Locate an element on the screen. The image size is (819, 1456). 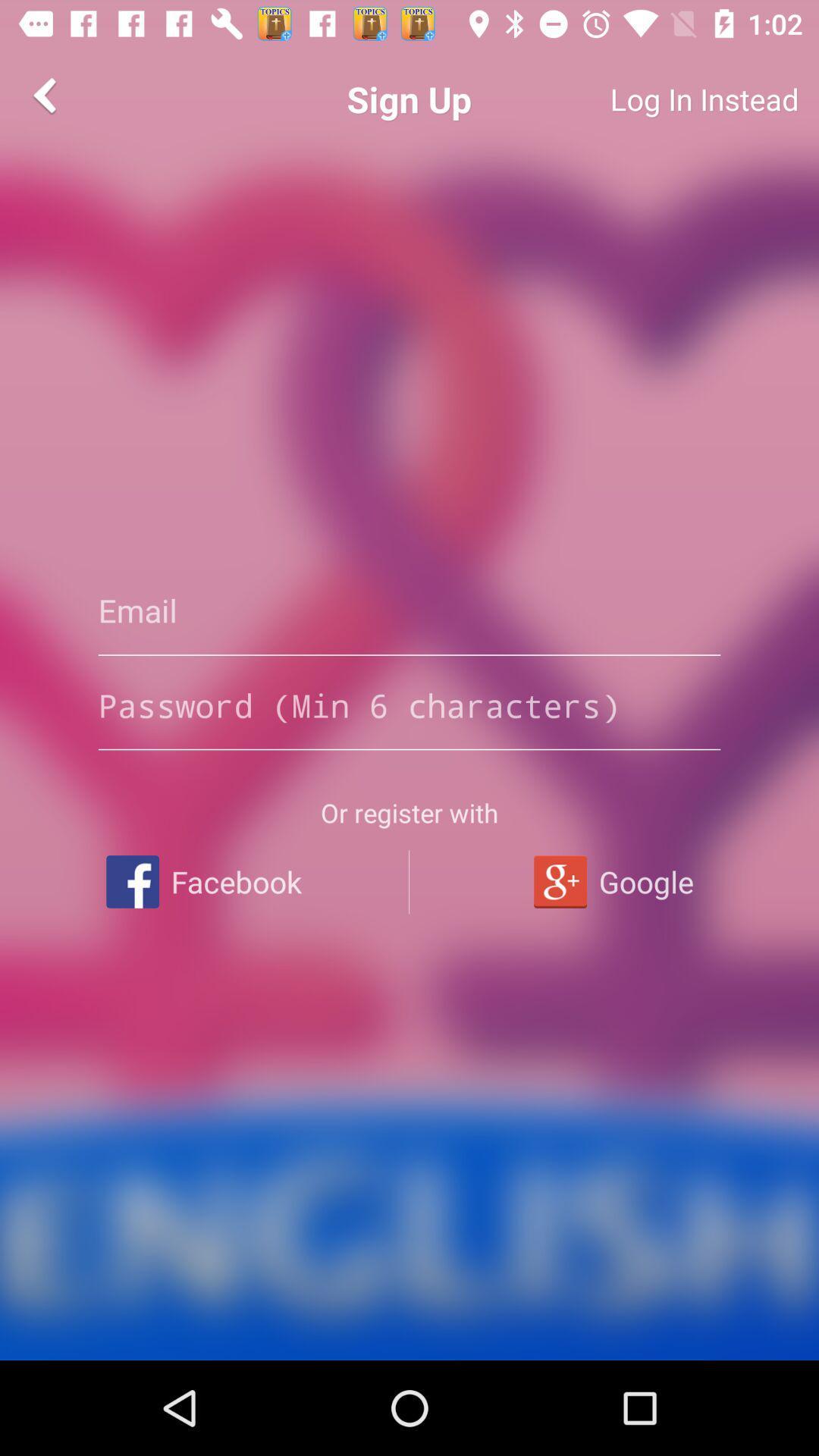
the log in instead is located at coordinates (648, 99).